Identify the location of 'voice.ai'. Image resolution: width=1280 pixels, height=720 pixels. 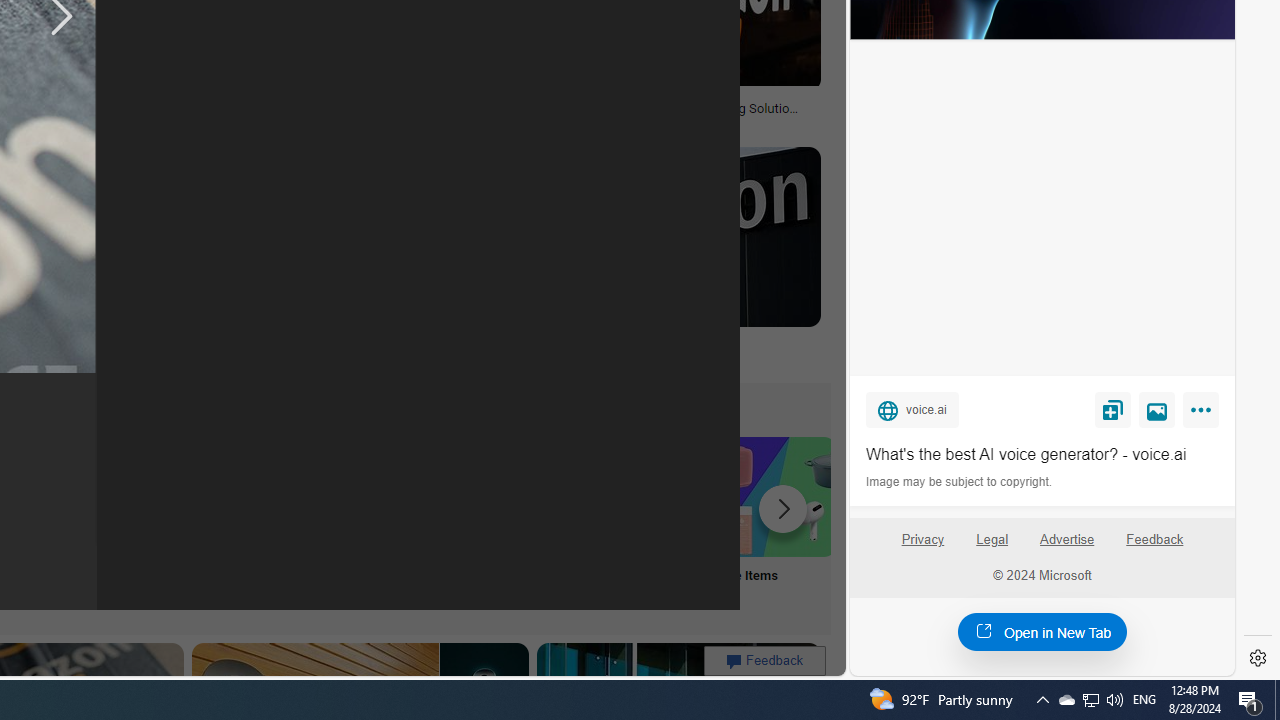
(911, 408).